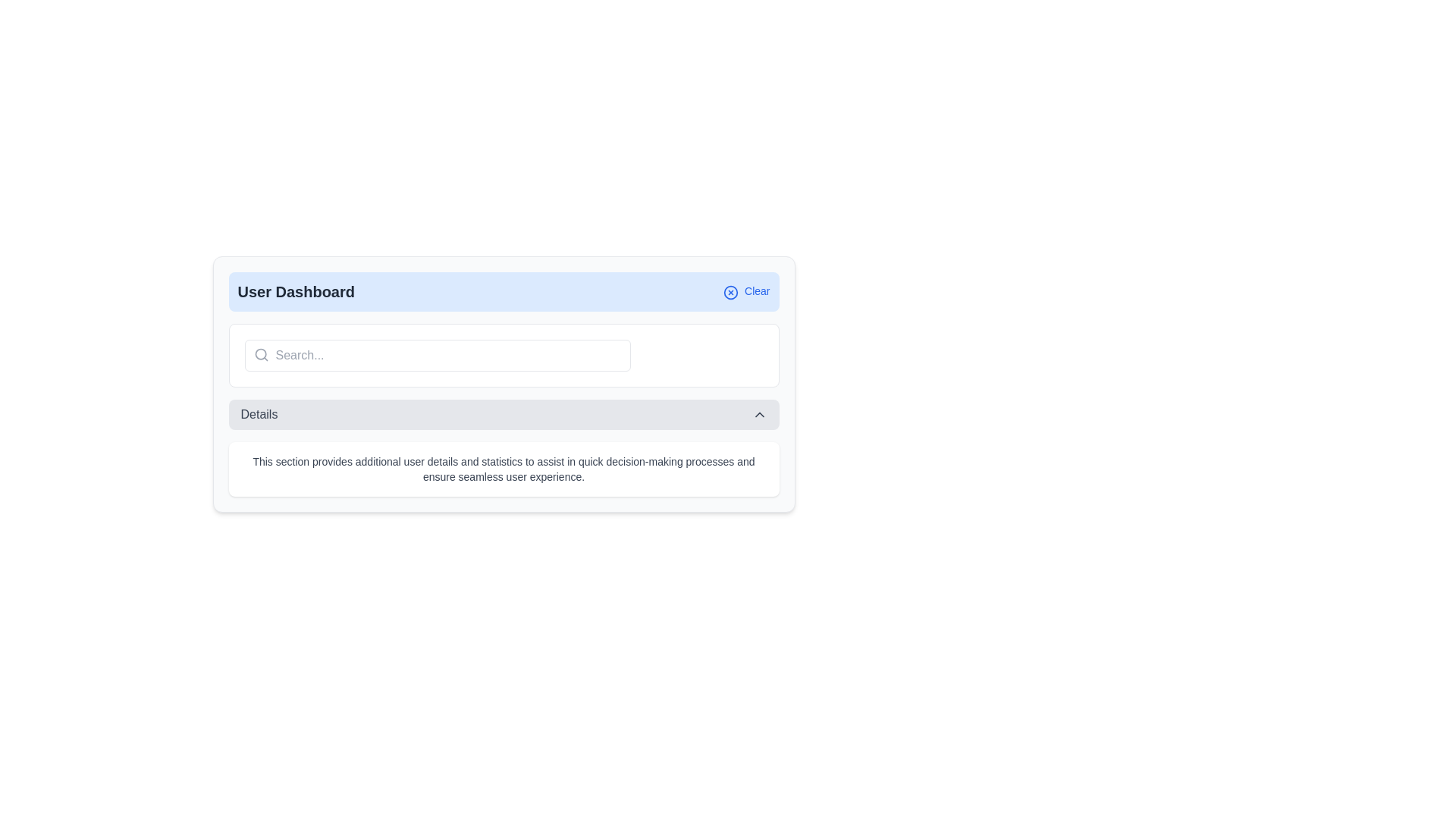  I want to click on the link styled as a button located on the far right of the blue header bar labeled 'User Dashboard', so click(746, 292).